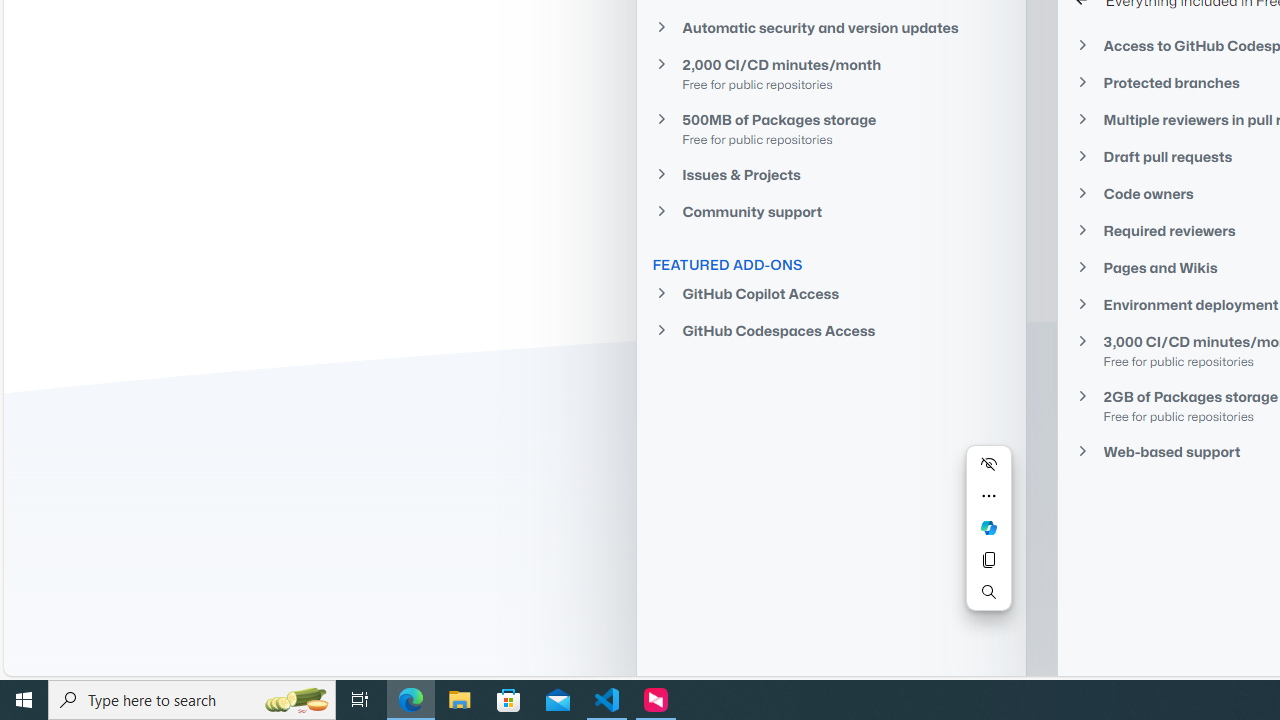 The height and width of the screenshot is (720, 1280). Describe the element at coordinates (830, 27) in the screenshot. I see `'Automatic security and version updates'` at that location.